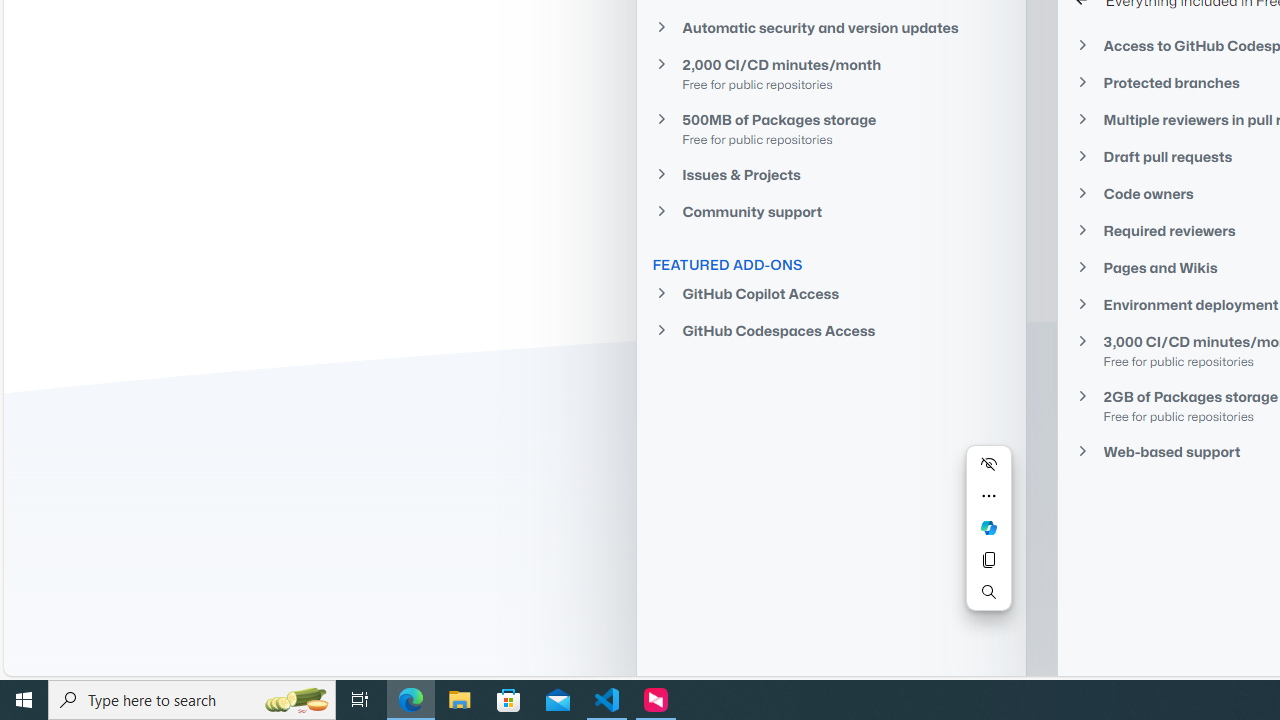 The height and width of the screenshot is (720, 1280). Describe the element at coordinates (830, 27) in the screenshot. I see `'Automatic security and version updates'` at that location.